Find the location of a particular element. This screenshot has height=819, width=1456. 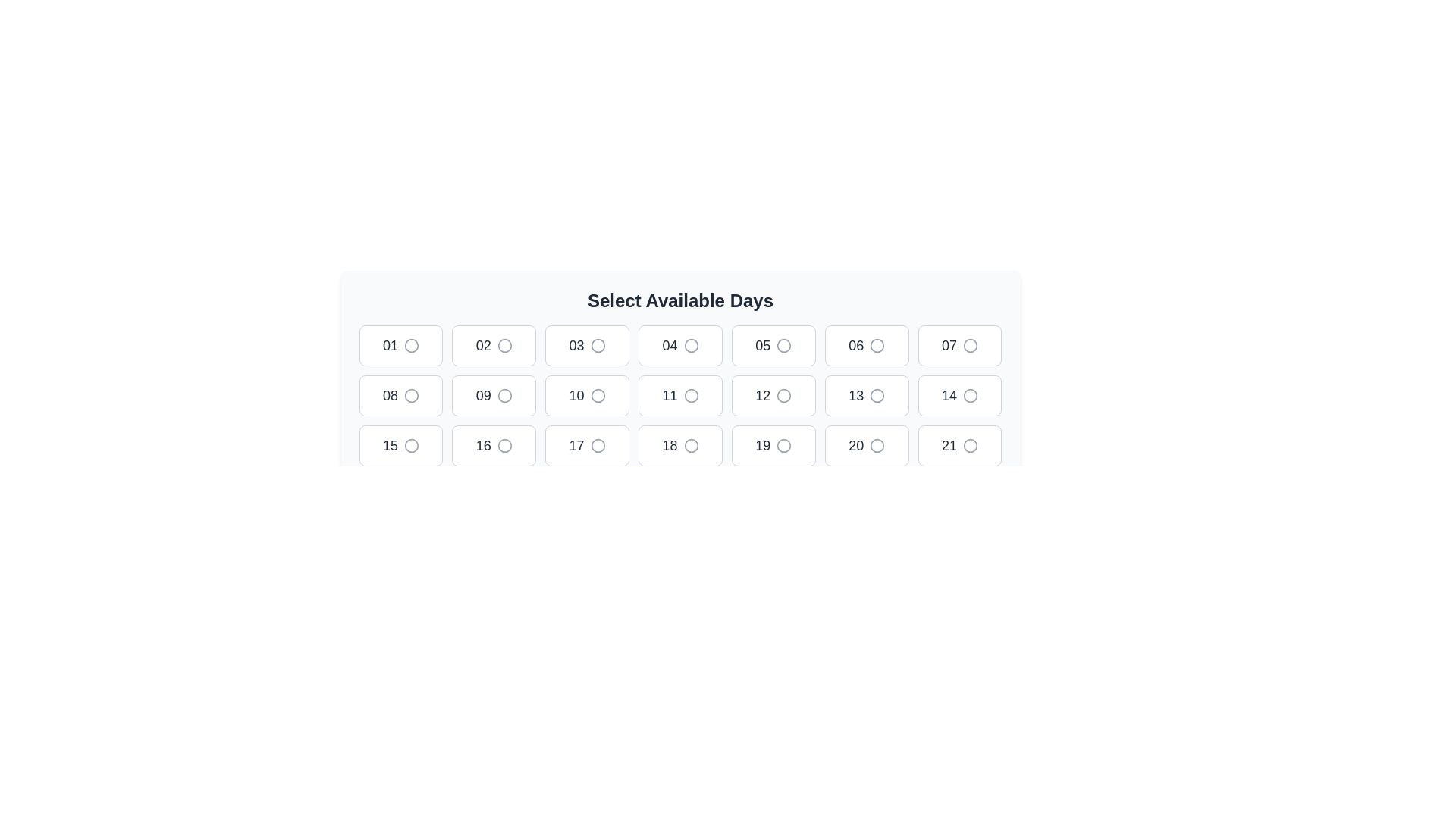

the 'Select Available Days' text label is located at coordinates (679, 301).